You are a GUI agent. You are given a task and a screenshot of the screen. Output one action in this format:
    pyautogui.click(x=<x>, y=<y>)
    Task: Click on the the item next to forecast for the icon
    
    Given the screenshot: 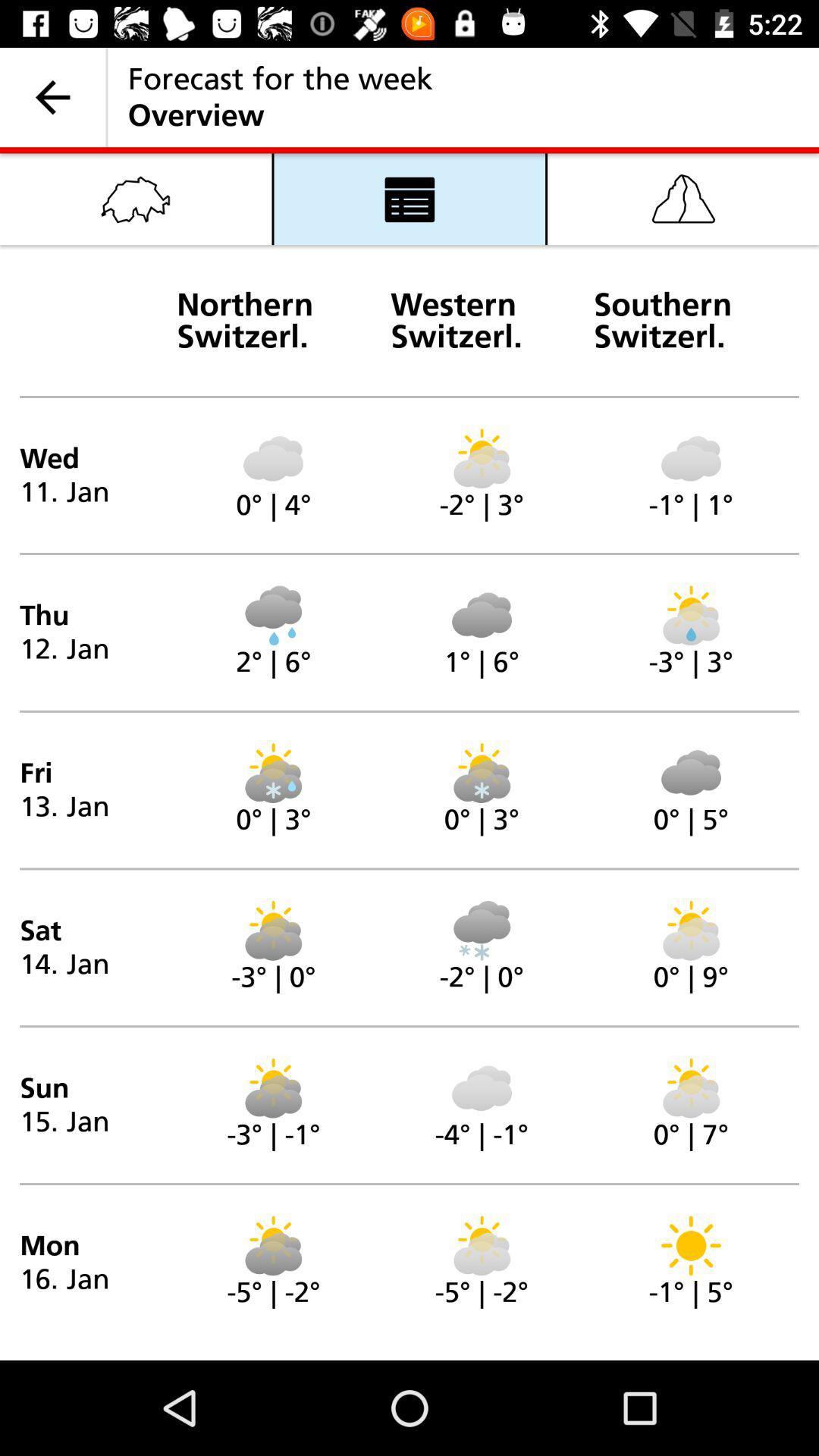 What is the action you would take?
    pyautogui.click(x=52, y=96)
    